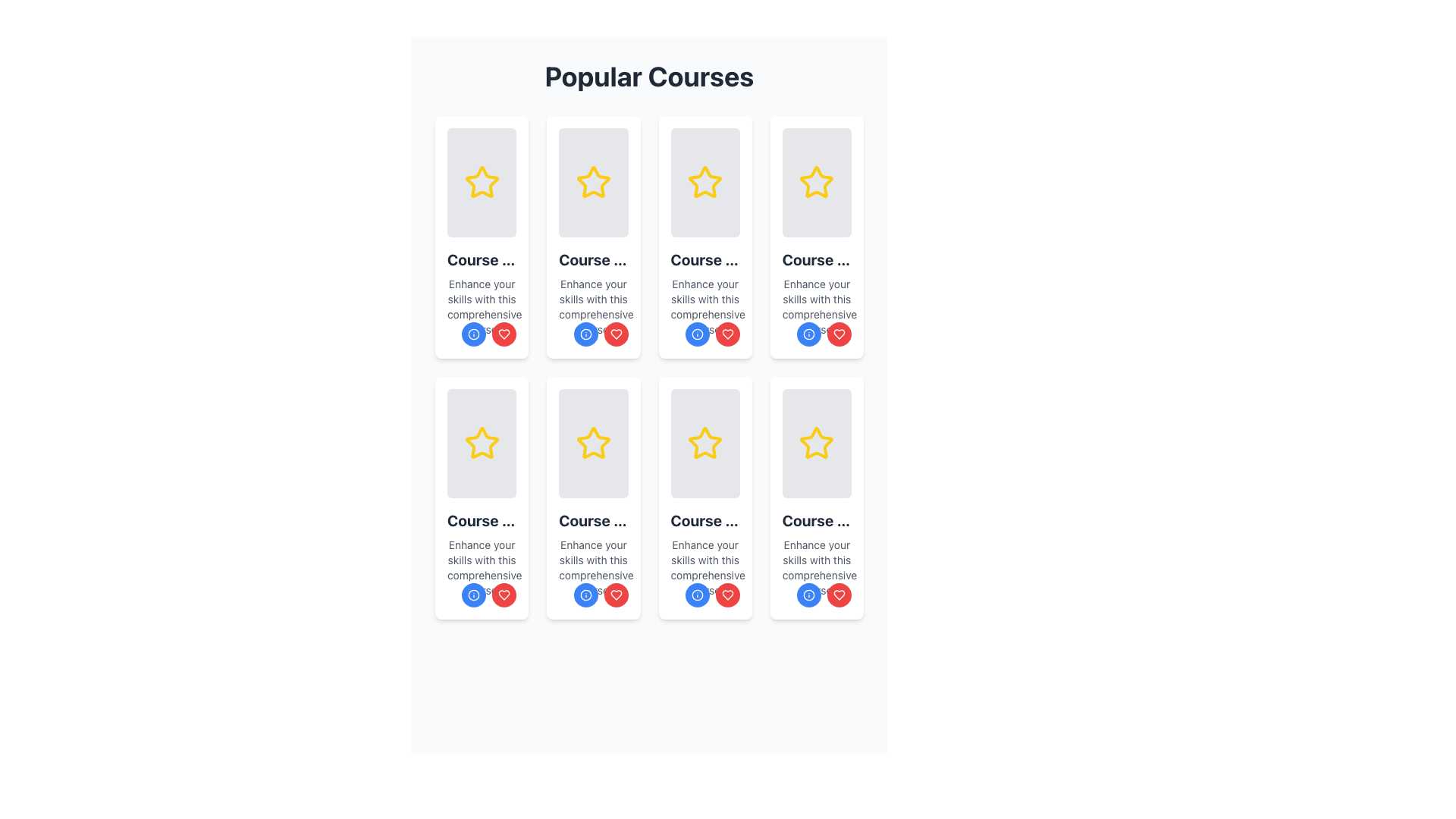 The width and height of the screenshot is (1456, 819). Describe the element at coordinates (616, 595) in the screenshot. I see `the 'like' or 'favorite' button located at the bottom-right corner of the card in the 'Popular Courses' grid to observe the hover effect` at that location.